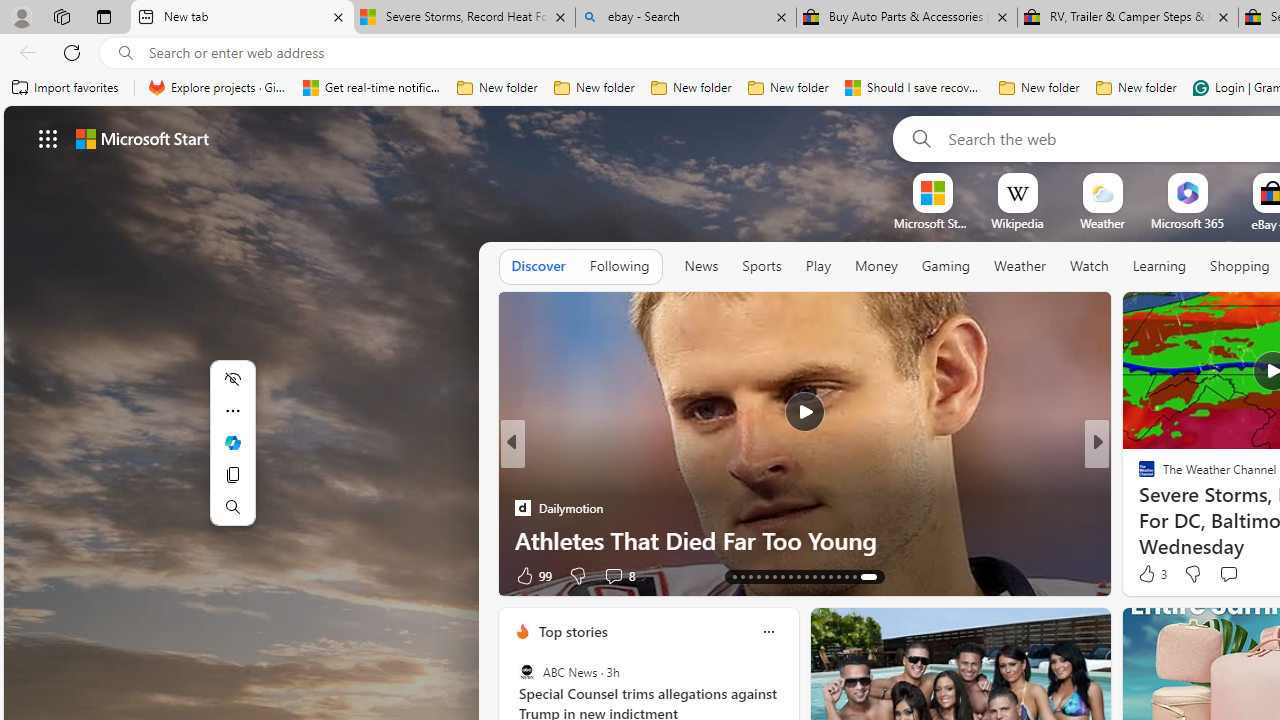 This screenshot has height=720, width=1280. Describe the element at coordinates (912, 87) in the screenshot. I see `'Should I save recovered Word documents? - Microsoft Support'` at that location.